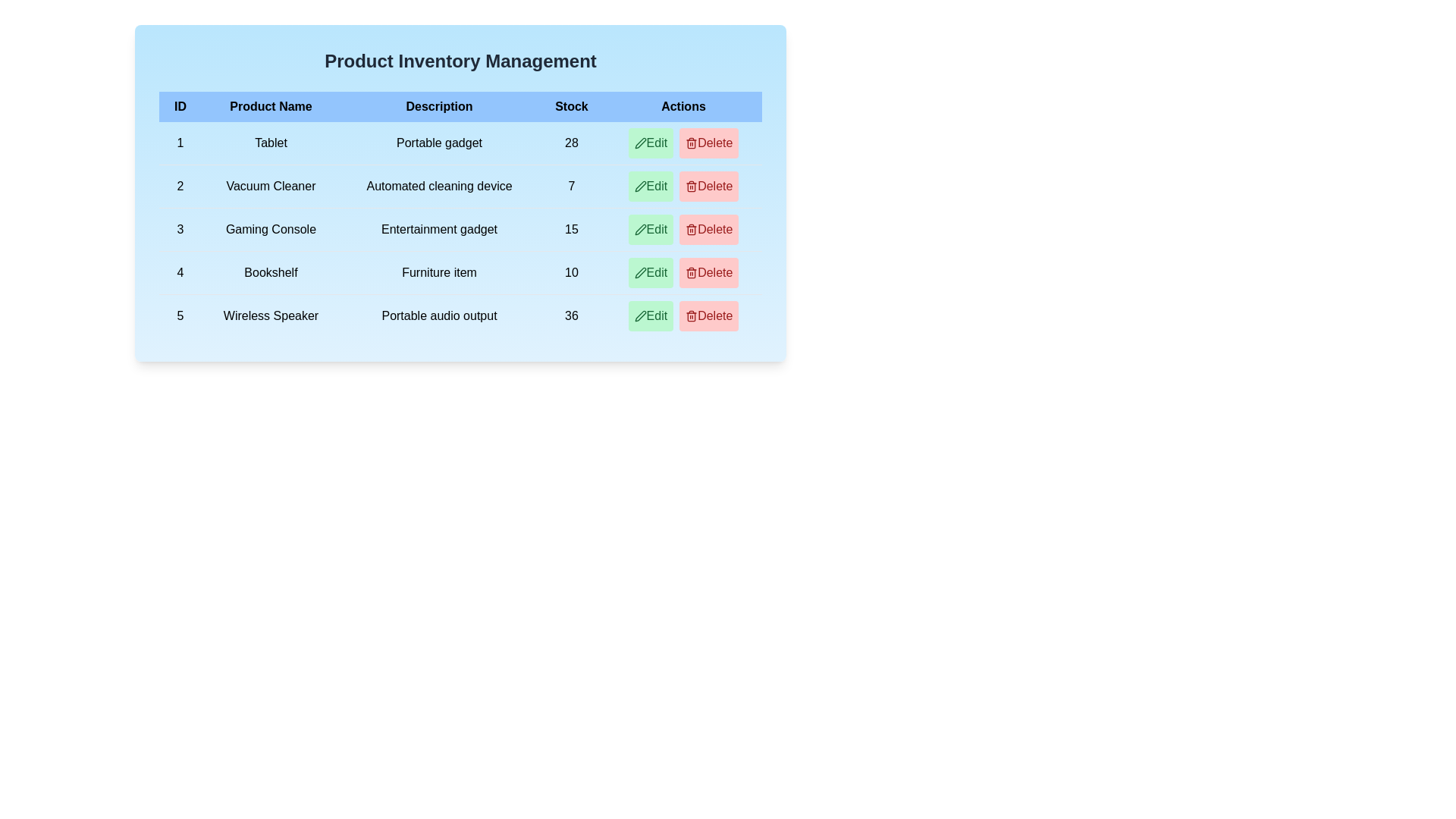  I want to click on the Text Label in the Description column of the first row of the table, which categorizes the item listed next to the 'Tablet' cell in the Product Name column, so click(438, 143).